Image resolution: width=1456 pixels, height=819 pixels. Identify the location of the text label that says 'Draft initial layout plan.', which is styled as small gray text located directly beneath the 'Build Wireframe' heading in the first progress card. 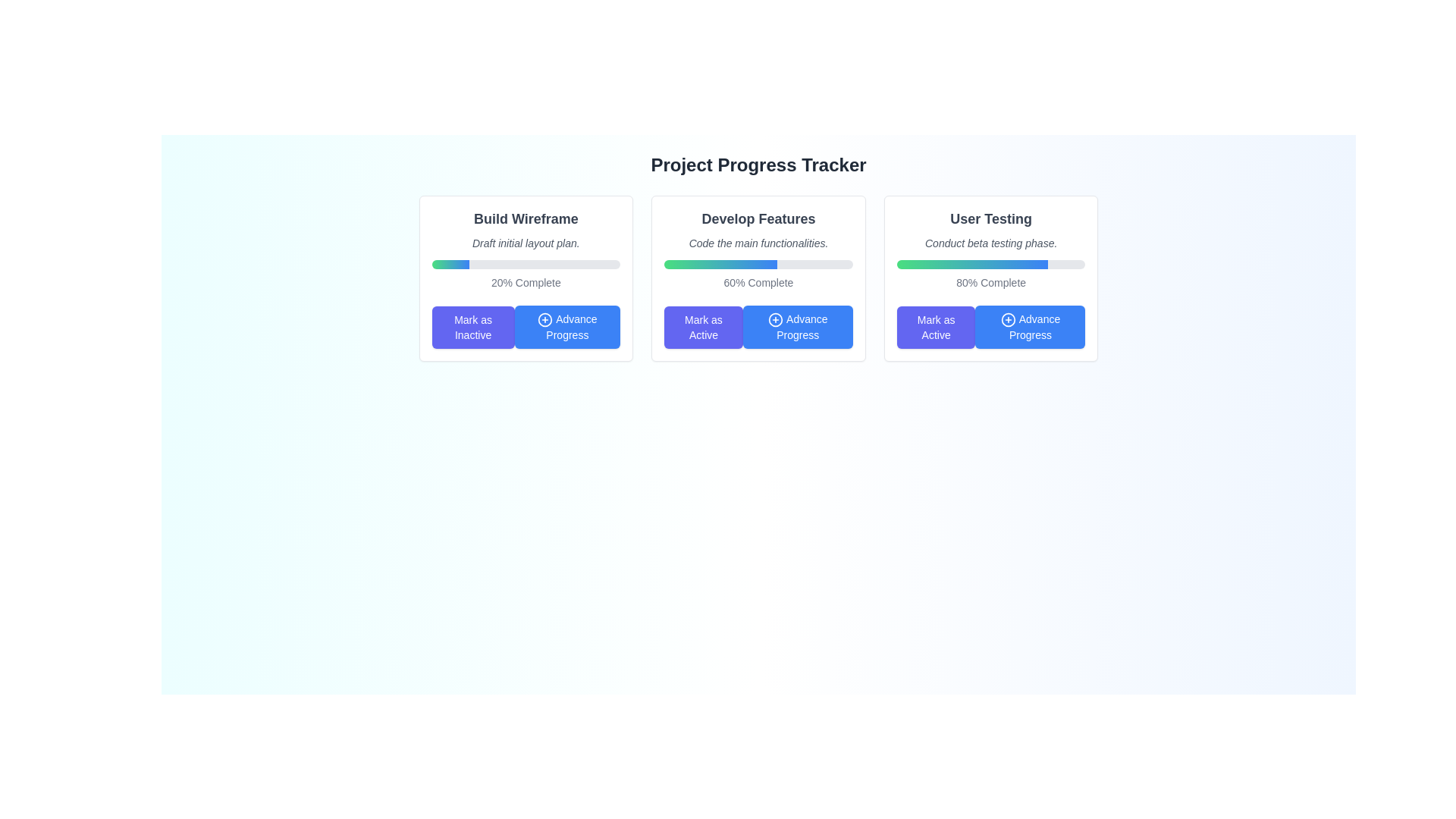
(526, 242).